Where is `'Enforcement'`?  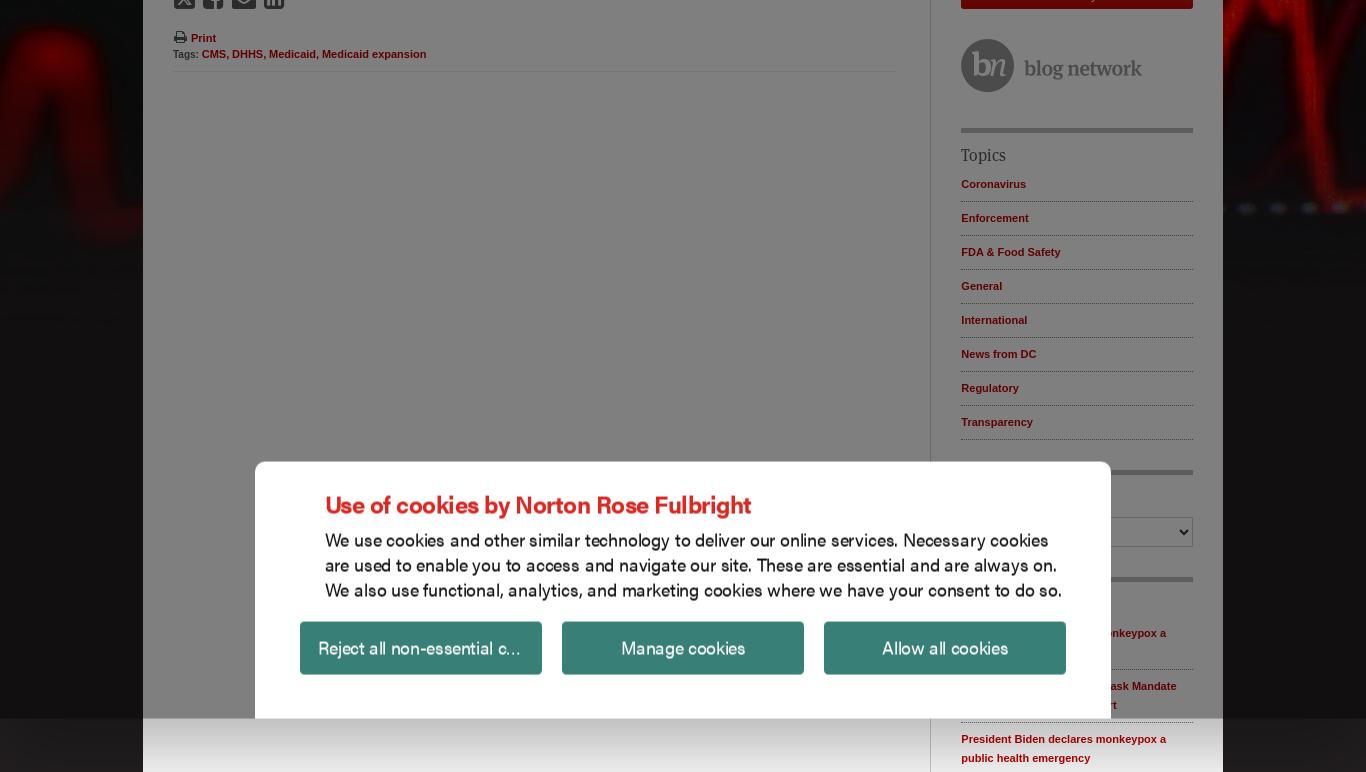 'Enforcement' is located at coordinates (960, 217).